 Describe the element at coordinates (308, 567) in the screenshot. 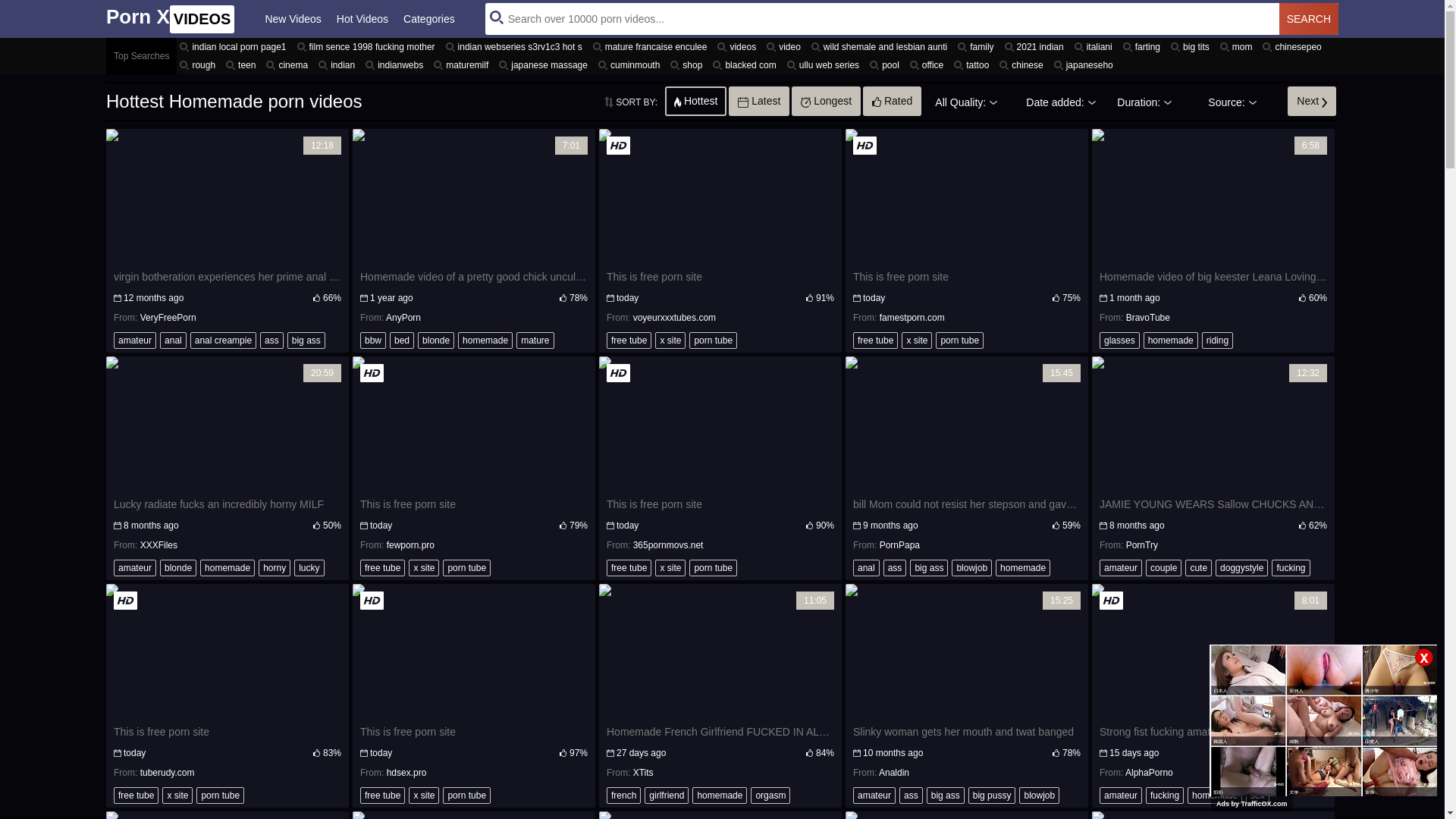

I see `'lucky'` at that location.